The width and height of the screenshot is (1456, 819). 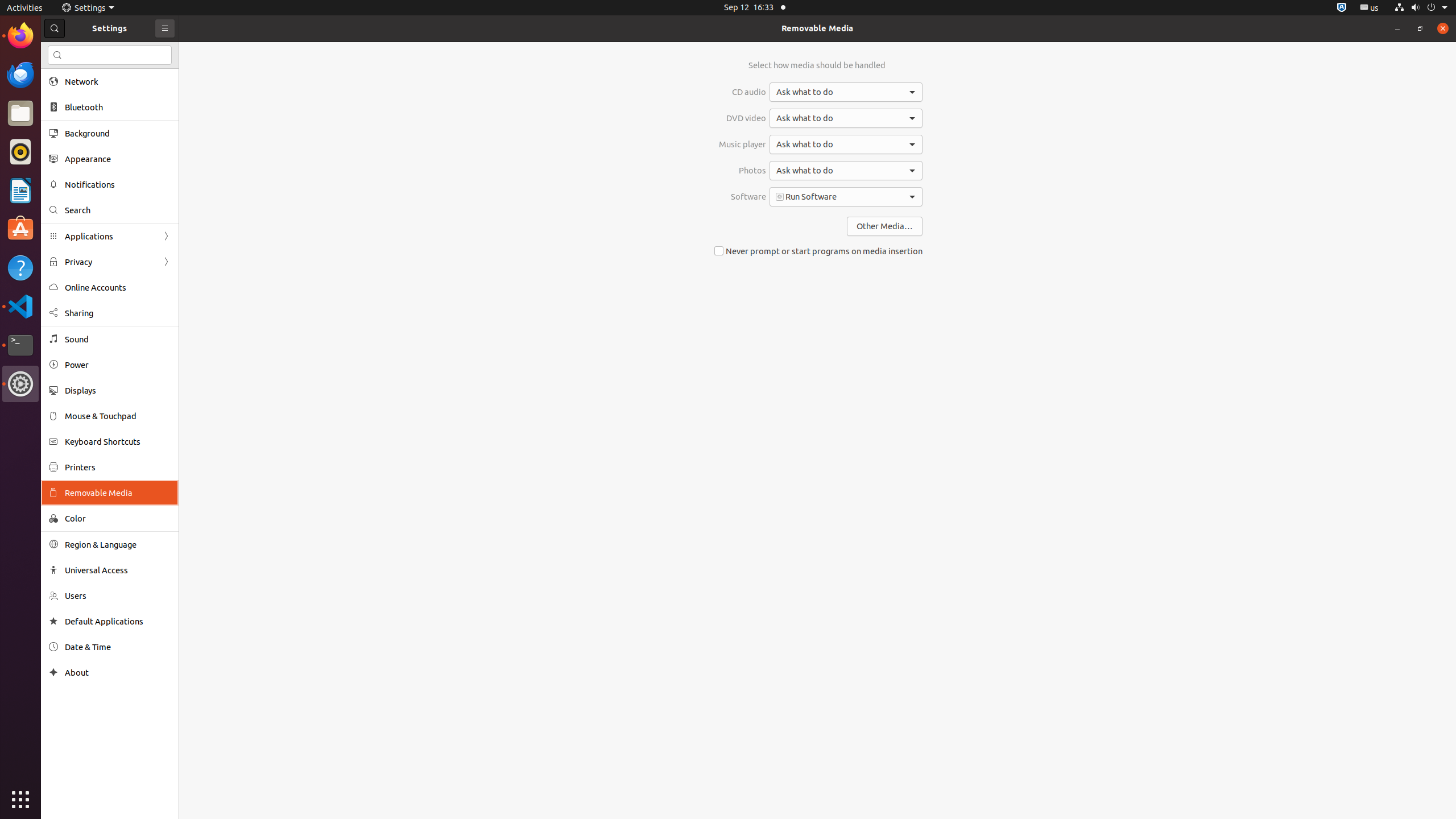 I want to click on 'Date & Time', so click(x=118, y=647).